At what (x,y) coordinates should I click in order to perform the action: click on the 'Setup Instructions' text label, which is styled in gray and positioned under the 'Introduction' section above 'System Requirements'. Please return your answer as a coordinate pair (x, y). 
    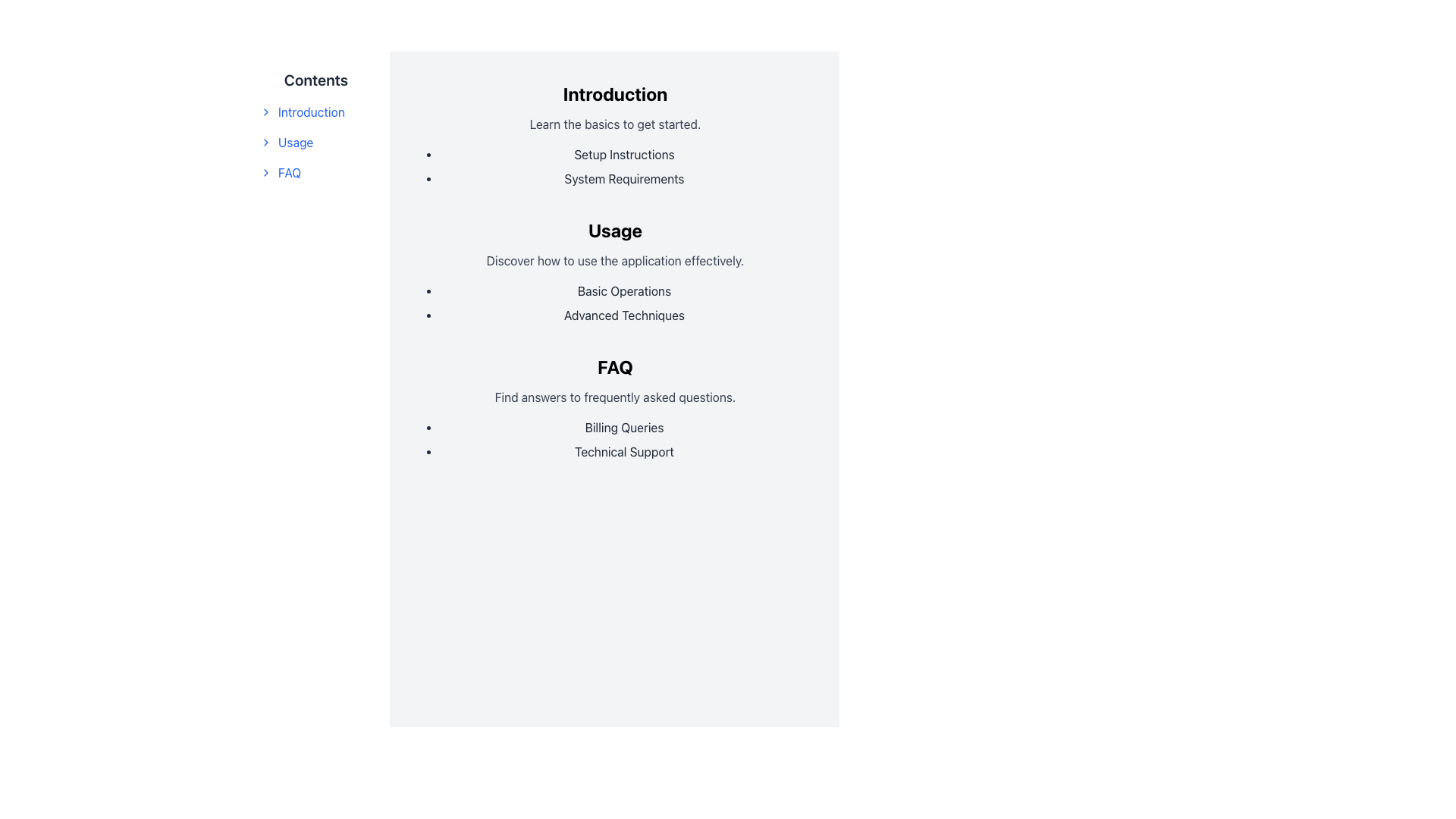
    Looking at the image, I should click on (624, 155).